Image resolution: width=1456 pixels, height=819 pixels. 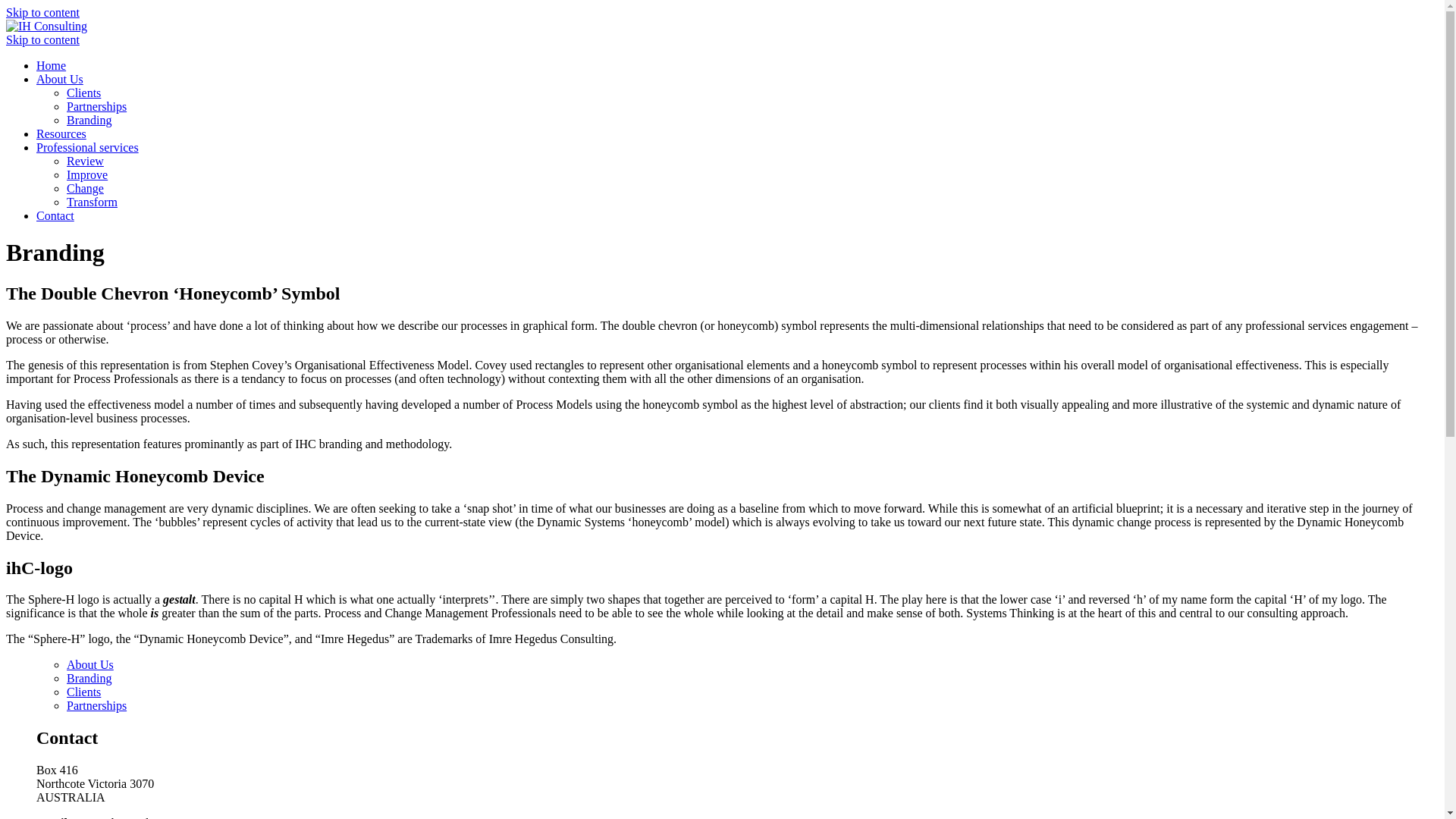 What do you see at coordinates (86, 174) in the screenshot?
I see `'Improve'` at bounding box center [86, 174].